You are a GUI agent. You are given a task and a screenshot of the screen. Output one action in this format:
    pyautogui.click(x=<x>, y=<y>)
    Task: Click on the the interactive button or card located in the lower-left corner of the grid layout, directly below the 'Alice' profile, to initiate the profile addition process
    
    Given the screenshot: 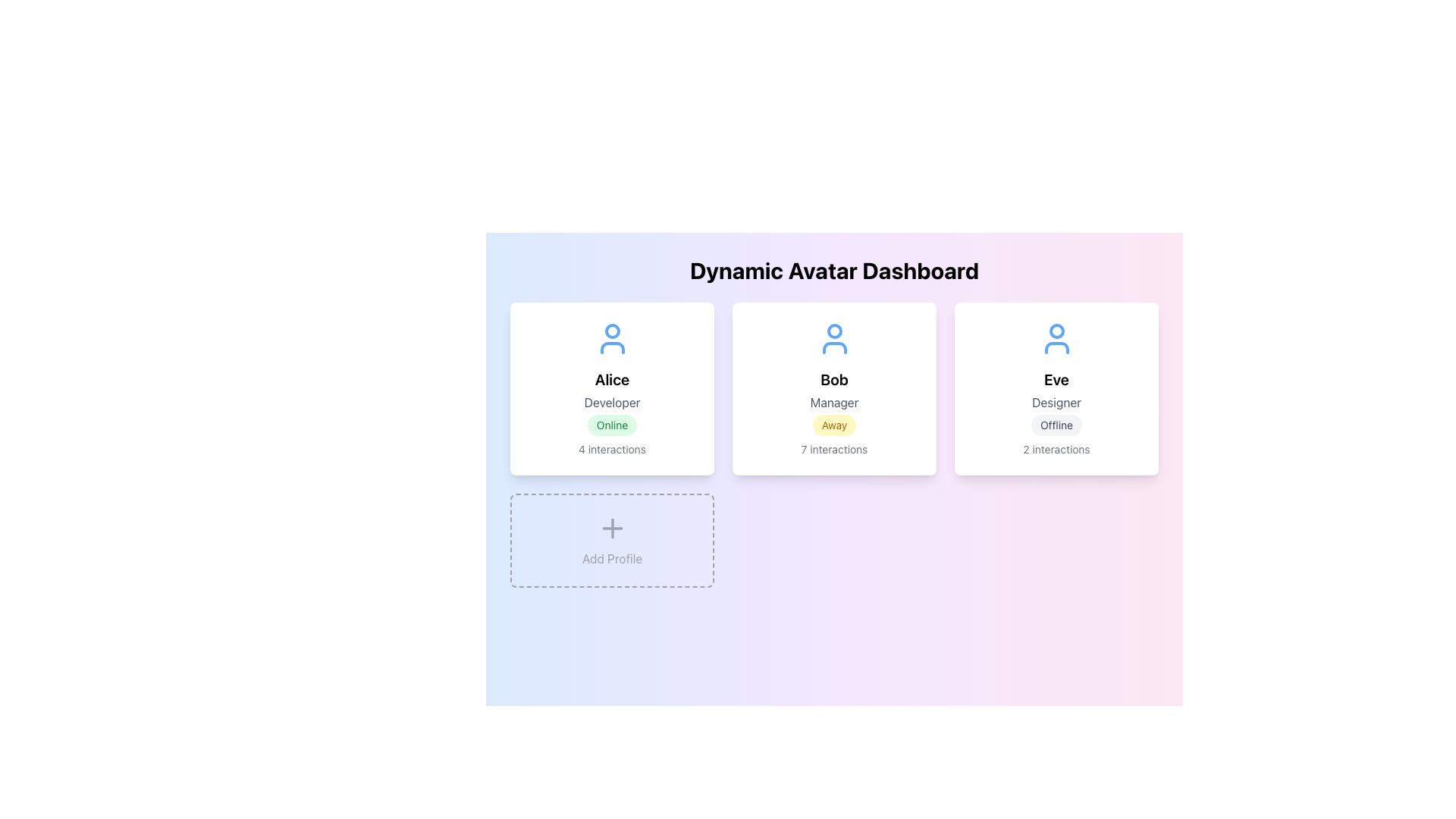 What is the action you would take?
    pyautogui.click(x=612, y=540)
    